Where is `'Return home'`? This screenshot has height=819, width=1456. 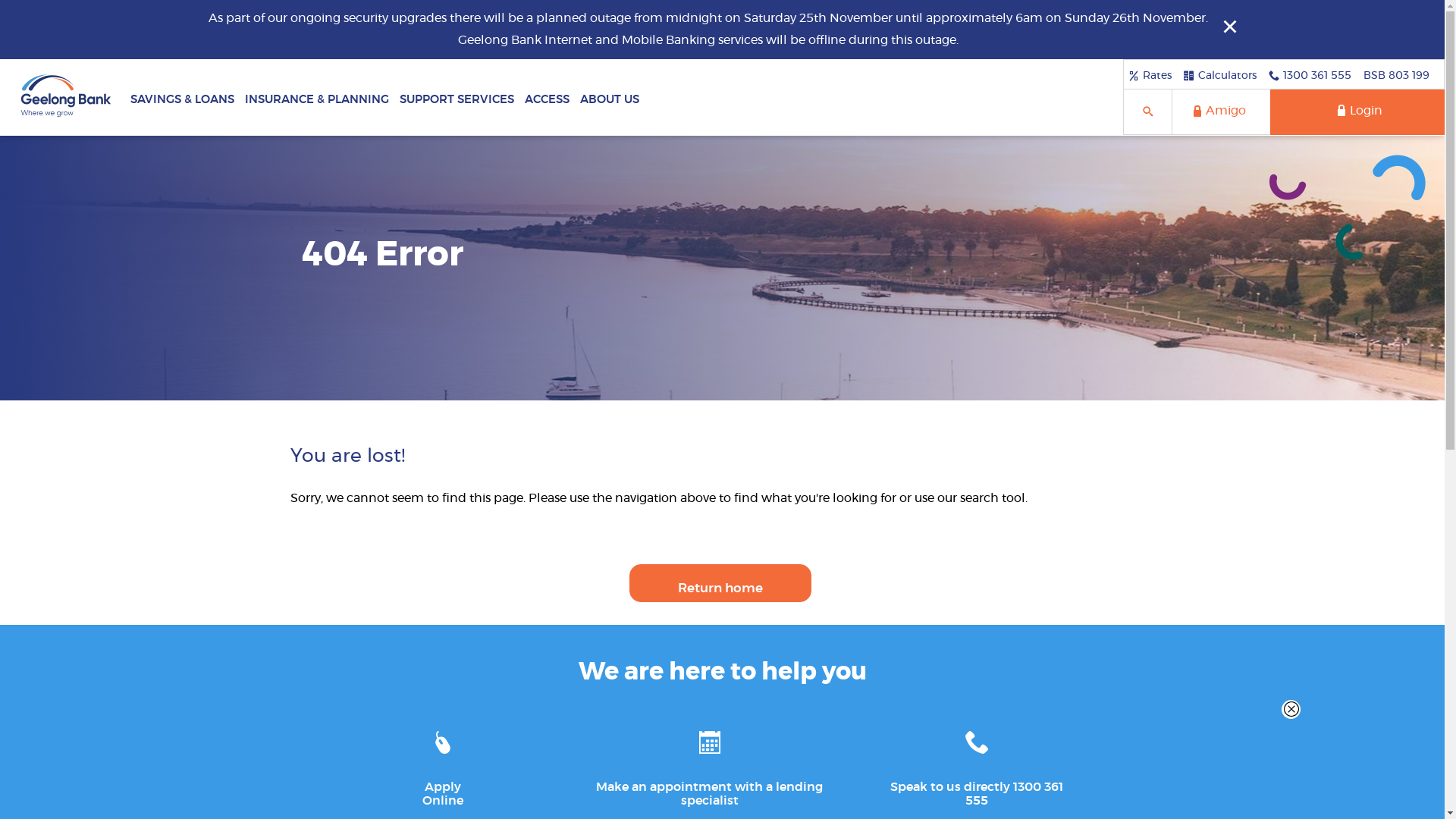
'Return home' is located at coordinates (720, 582).